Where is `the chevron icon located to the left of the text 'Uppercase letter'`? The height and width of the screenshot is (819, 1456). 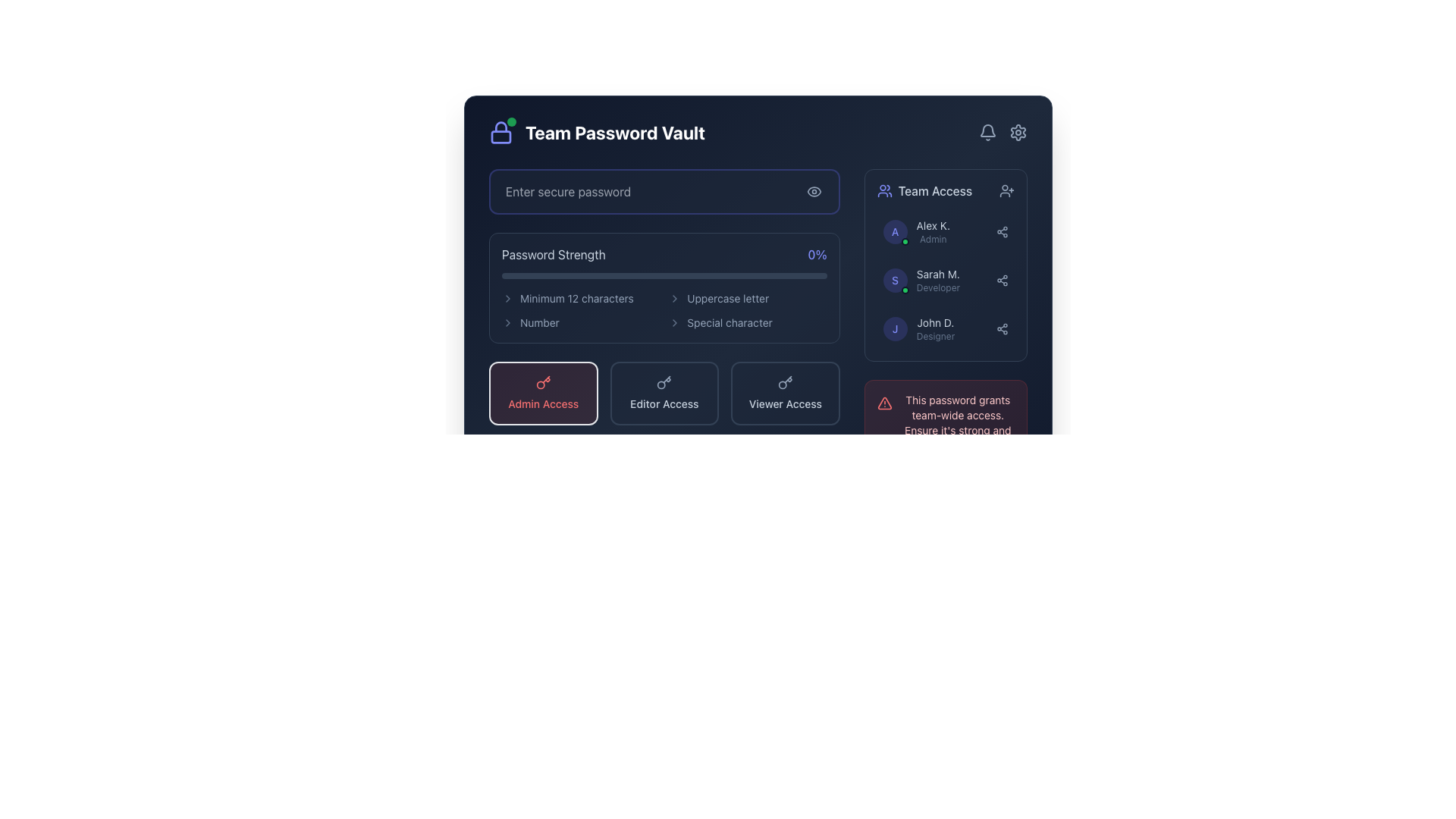 the chevron icon located to the left of the text 'Uppercase letter' is located at coordinates (674, 298).